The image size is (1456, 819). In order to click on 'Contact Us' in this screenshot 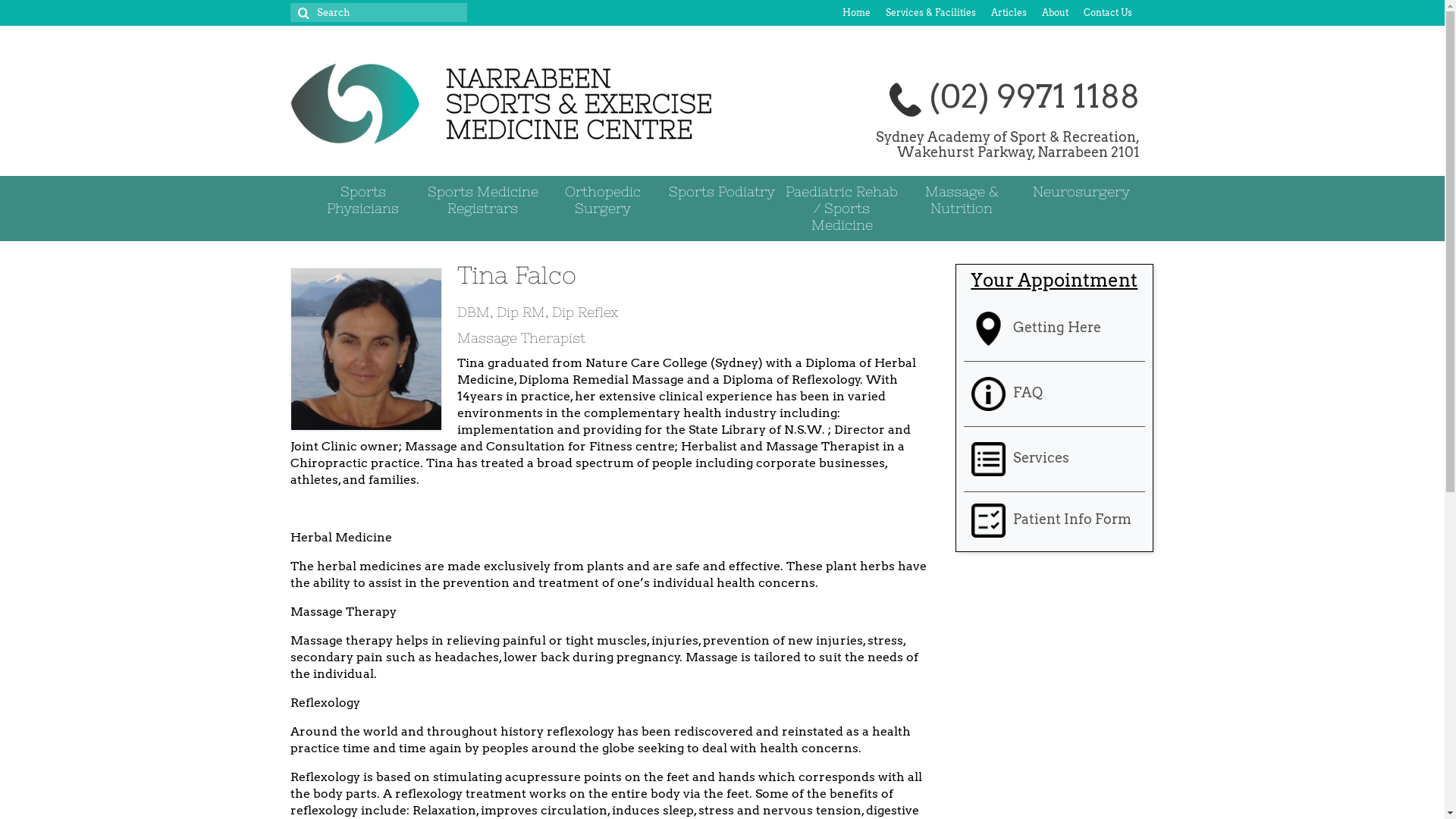, I will do `click(1106, 12)`.